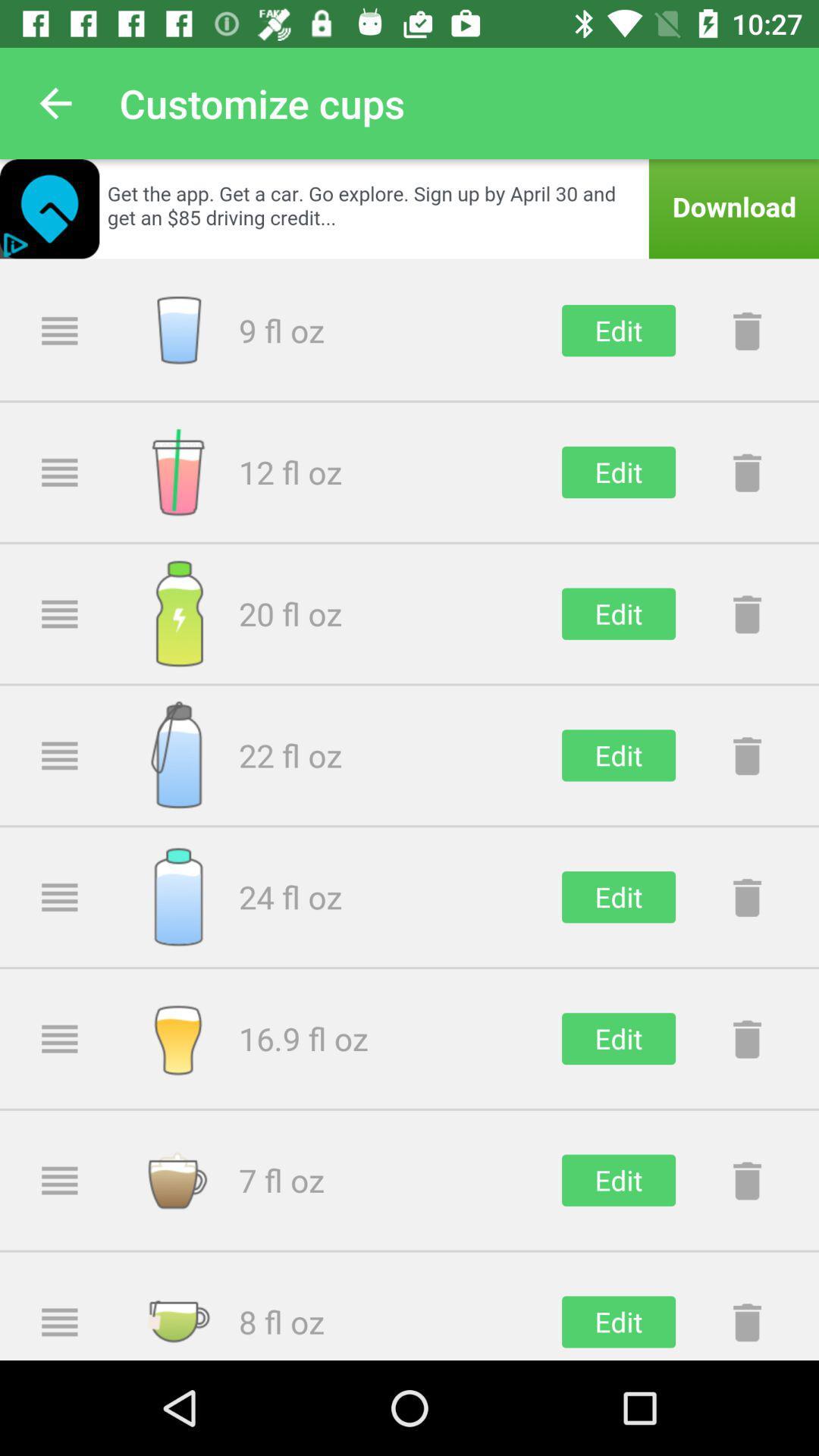  I want to click on delete page, so click(746, 755).